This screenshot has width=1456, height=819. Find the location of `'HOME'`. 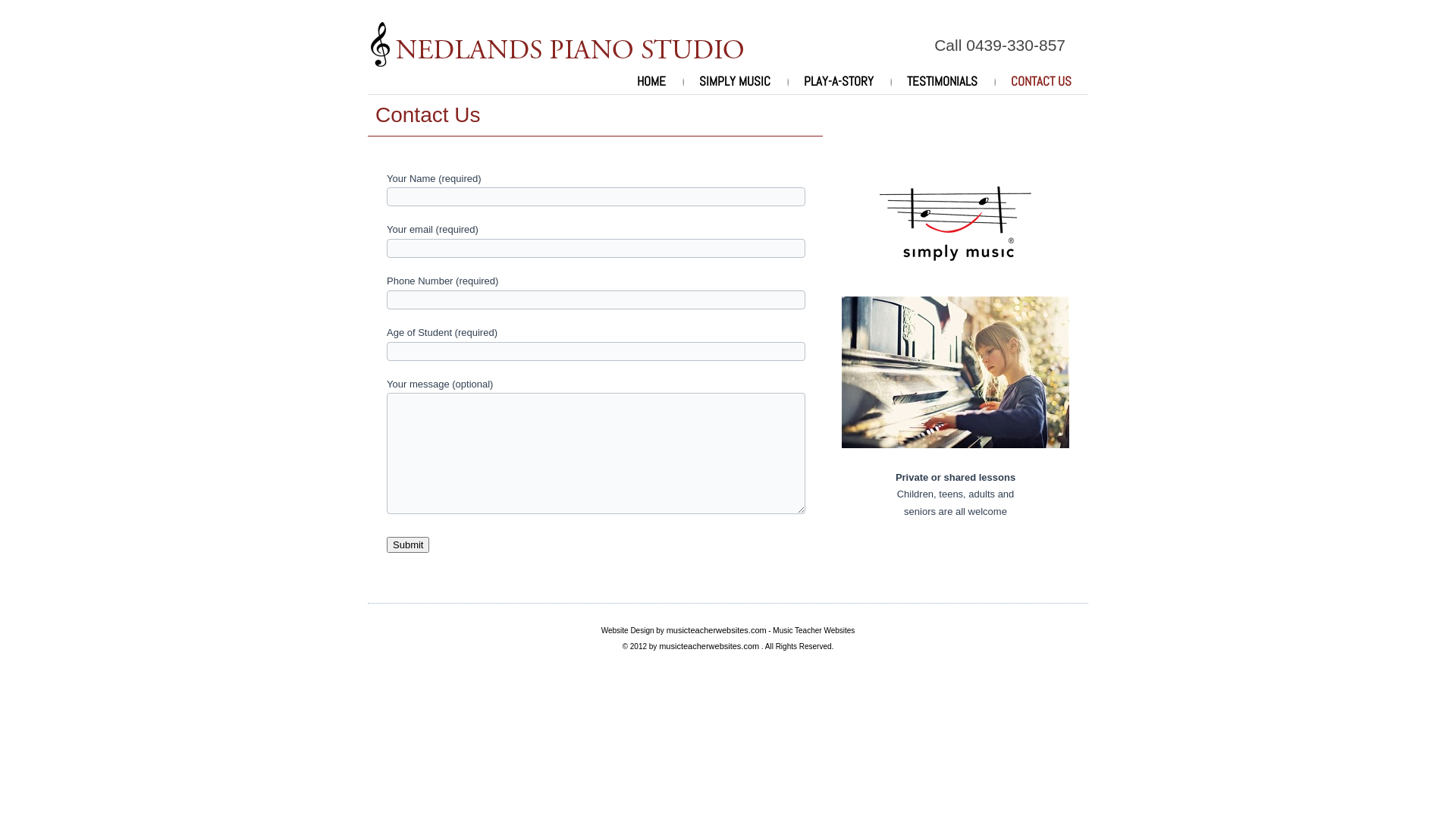

'HOME' is located at coordinates (623, 81).